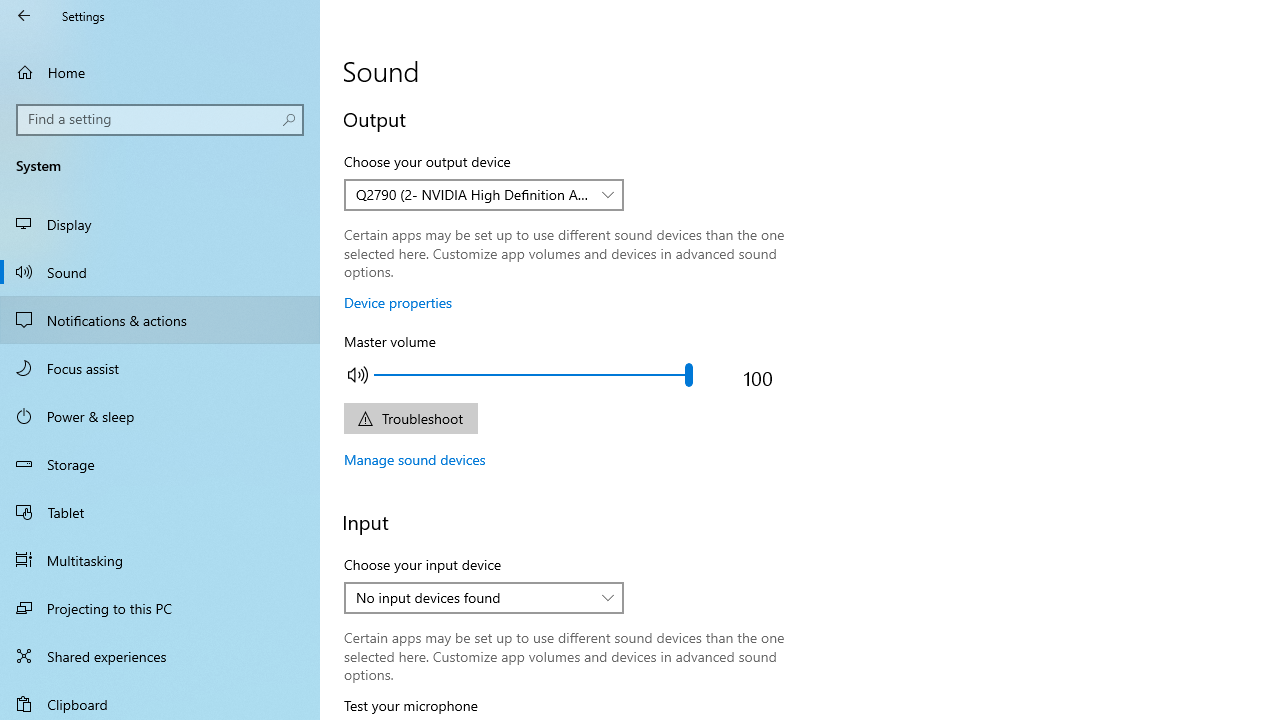 This screenshot has width=1280, height=720. What do you see at coordinates (484, 195) in the screenshot?
I see `'Choose your output device'` at bounding box center [484, 195].